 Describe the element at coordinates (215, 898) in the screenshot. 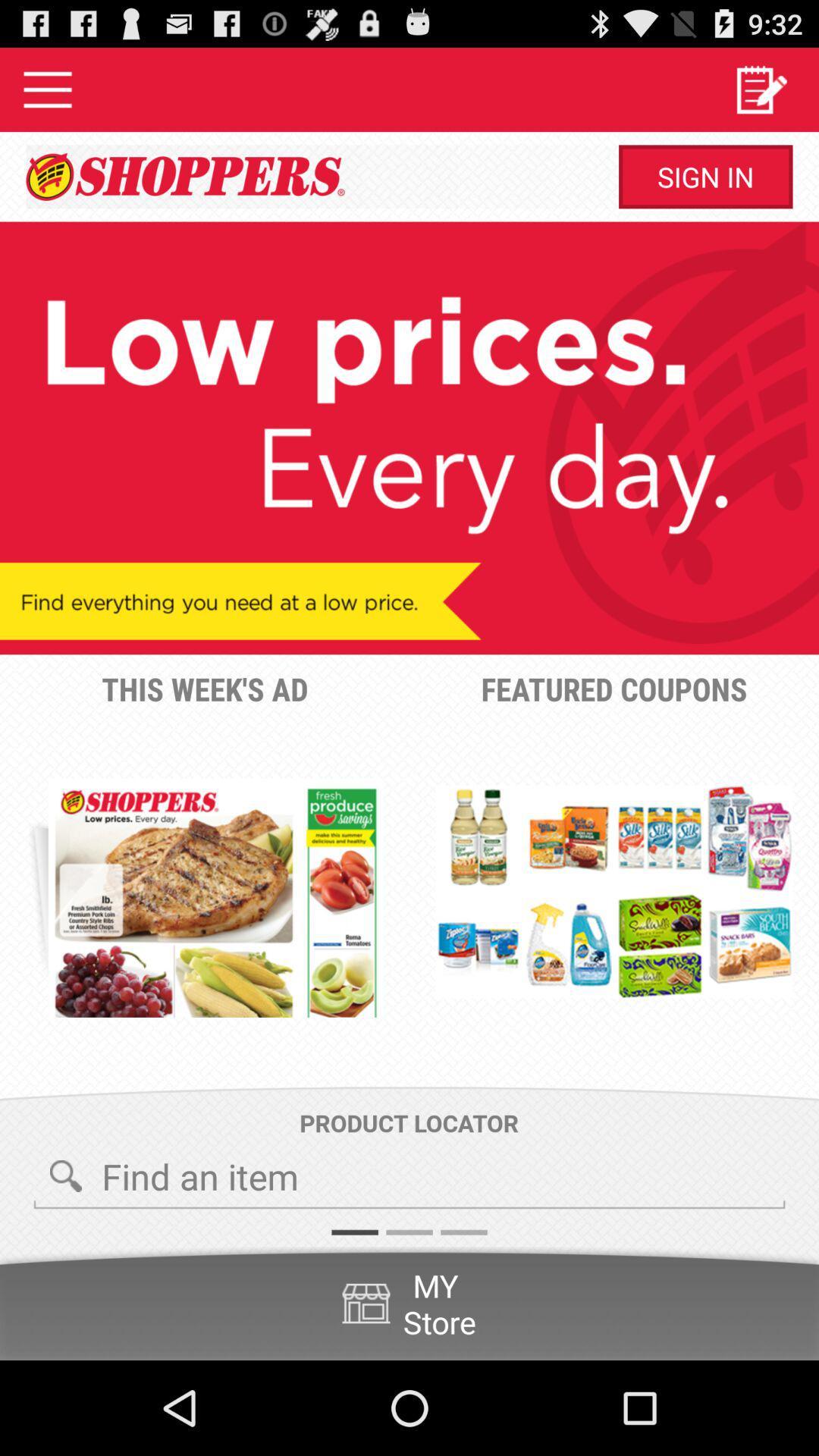

I see `the item next to the featured coupons` at that location.